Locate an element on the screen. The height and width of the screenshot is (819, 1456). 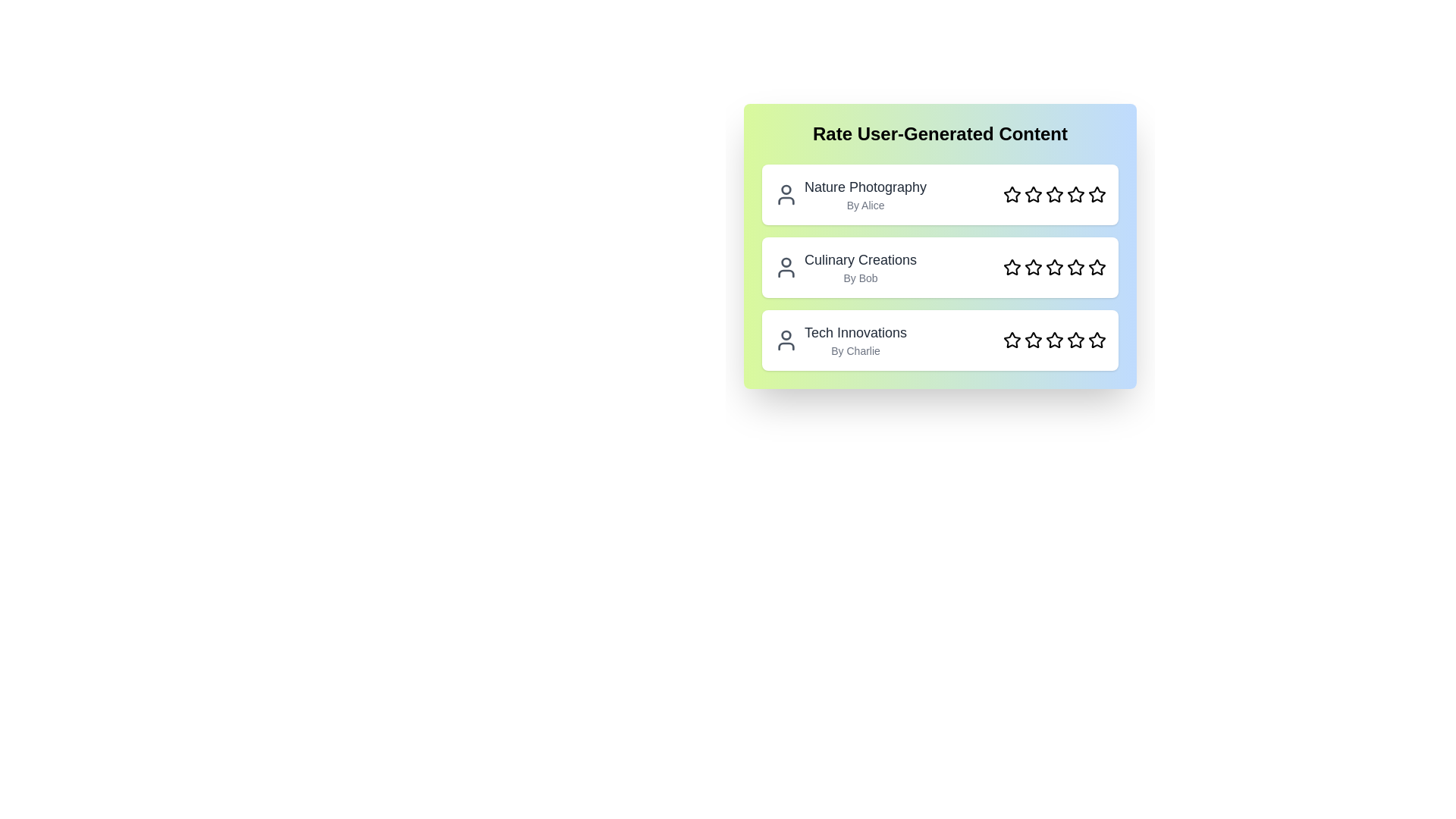
the star corresponding to the rating 3 for the content Tech Innovations is located at coordinates (1054, 339).